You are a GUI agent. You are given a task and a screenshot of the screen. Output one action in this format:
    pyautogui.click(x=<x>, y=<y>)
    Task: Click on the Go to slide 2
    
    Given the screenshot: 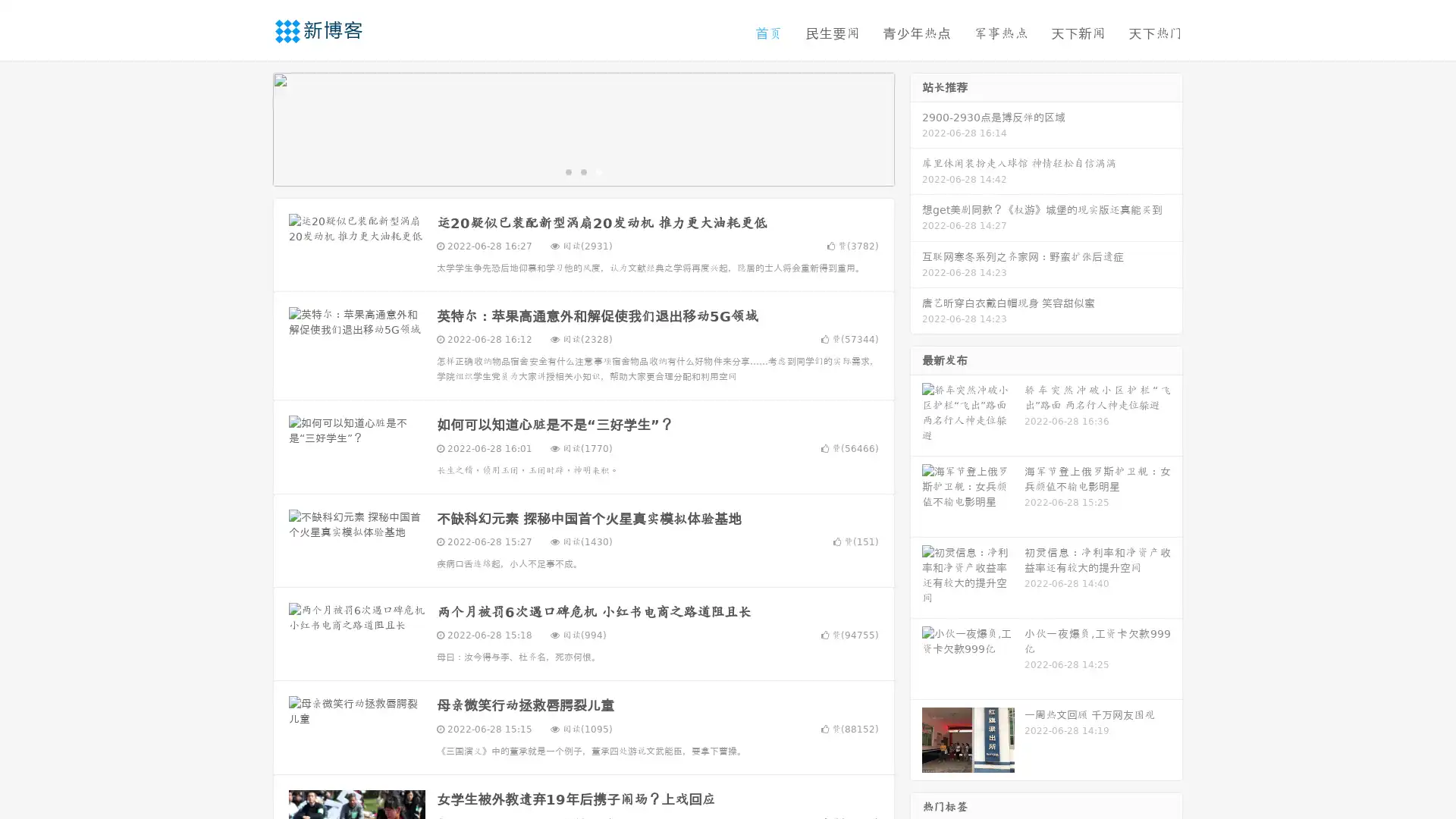 What is the action you would take?
    pyautogui.click(x=582, y=171)
    